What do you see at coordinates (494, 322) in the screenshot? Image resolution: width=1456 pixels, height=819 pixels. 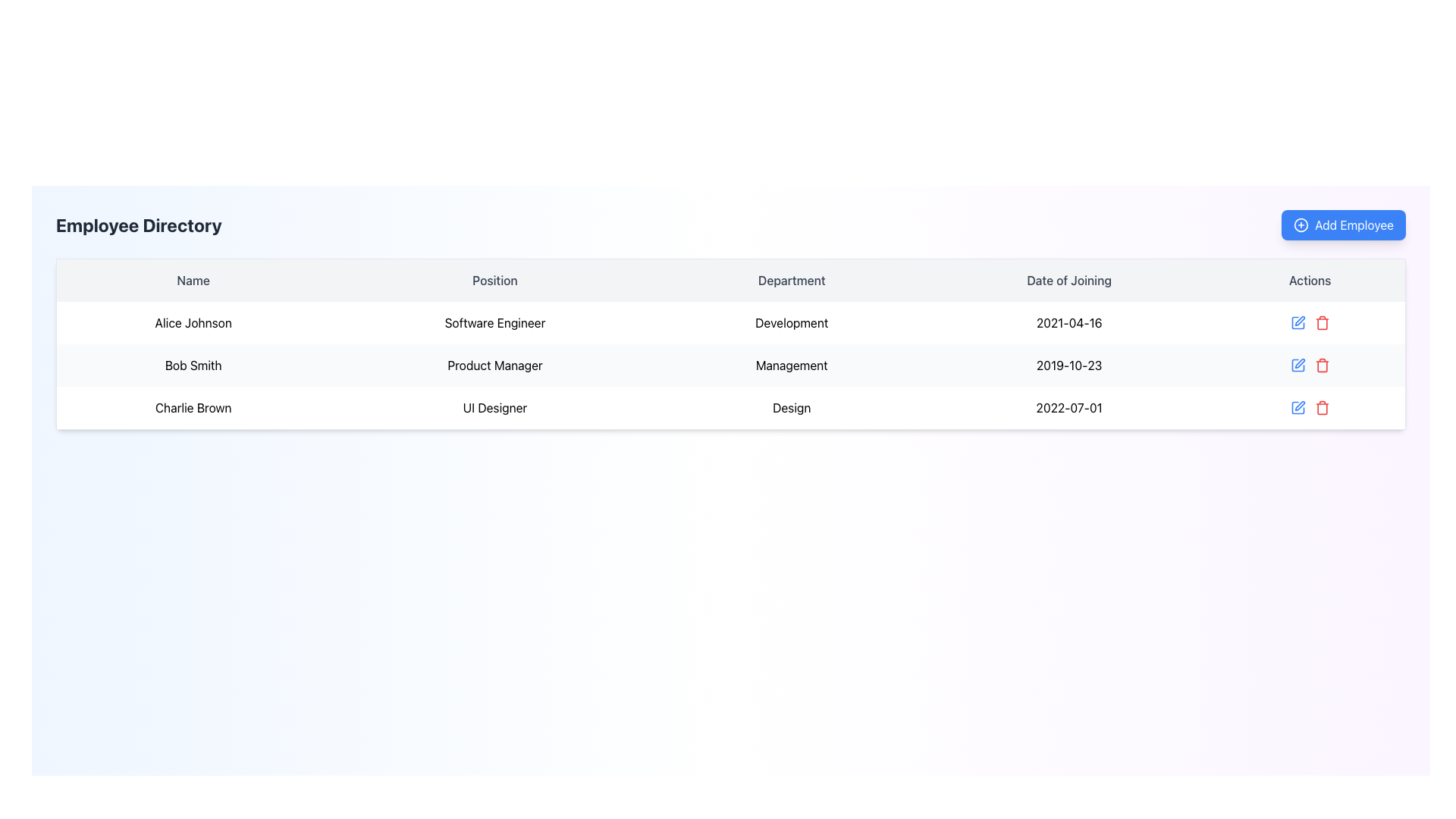 I see `displayed text from the 'Software Engineer' label located in the second cell of the 'Position' column in the first row, adjacent to 'Alice Johnson' and 'Development'` at bounding box center [494, 322].